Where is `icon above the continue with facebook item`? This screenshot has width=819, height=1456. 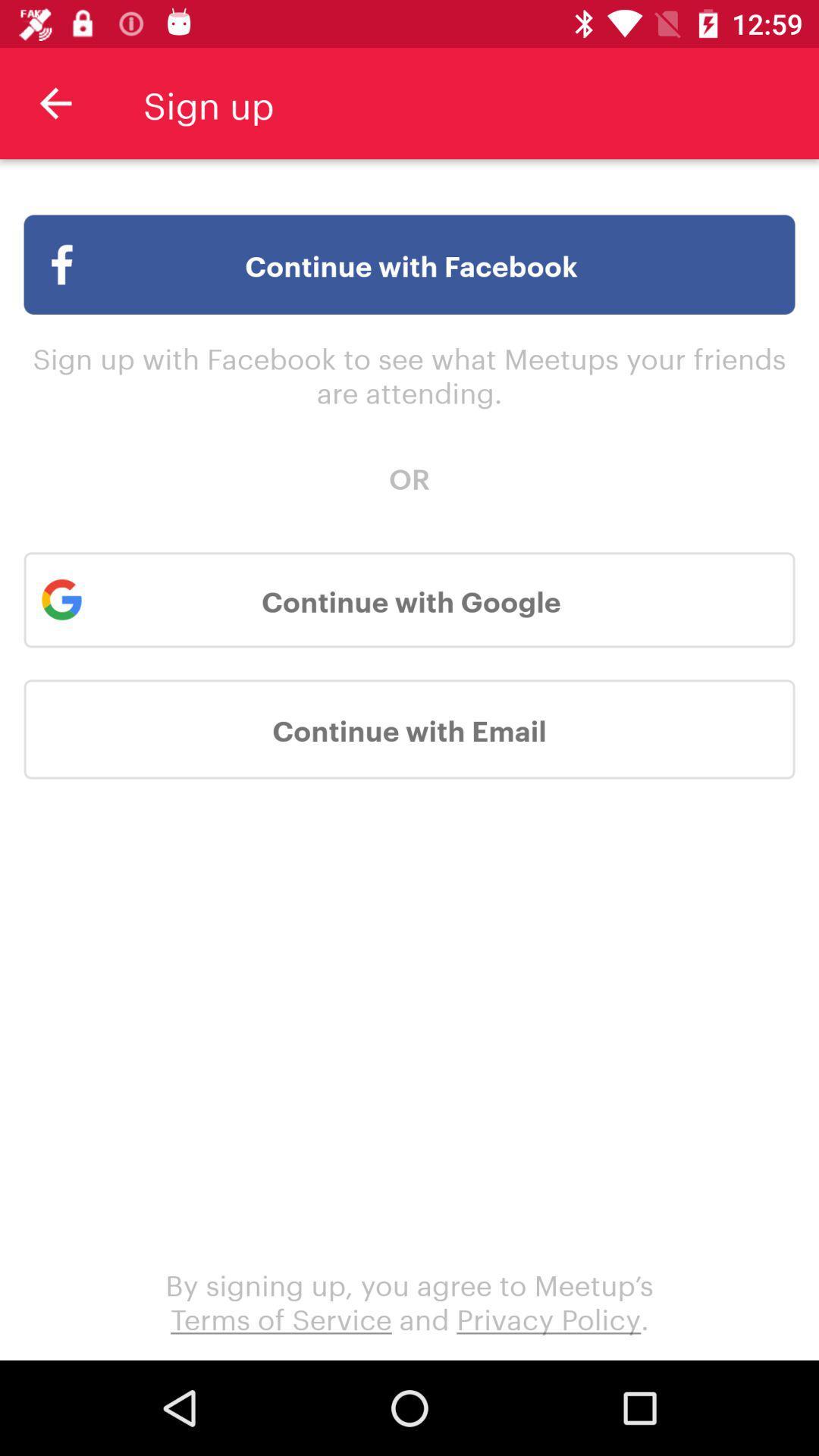 icon above the continue with facebook item is located at coordinates (55, 102).